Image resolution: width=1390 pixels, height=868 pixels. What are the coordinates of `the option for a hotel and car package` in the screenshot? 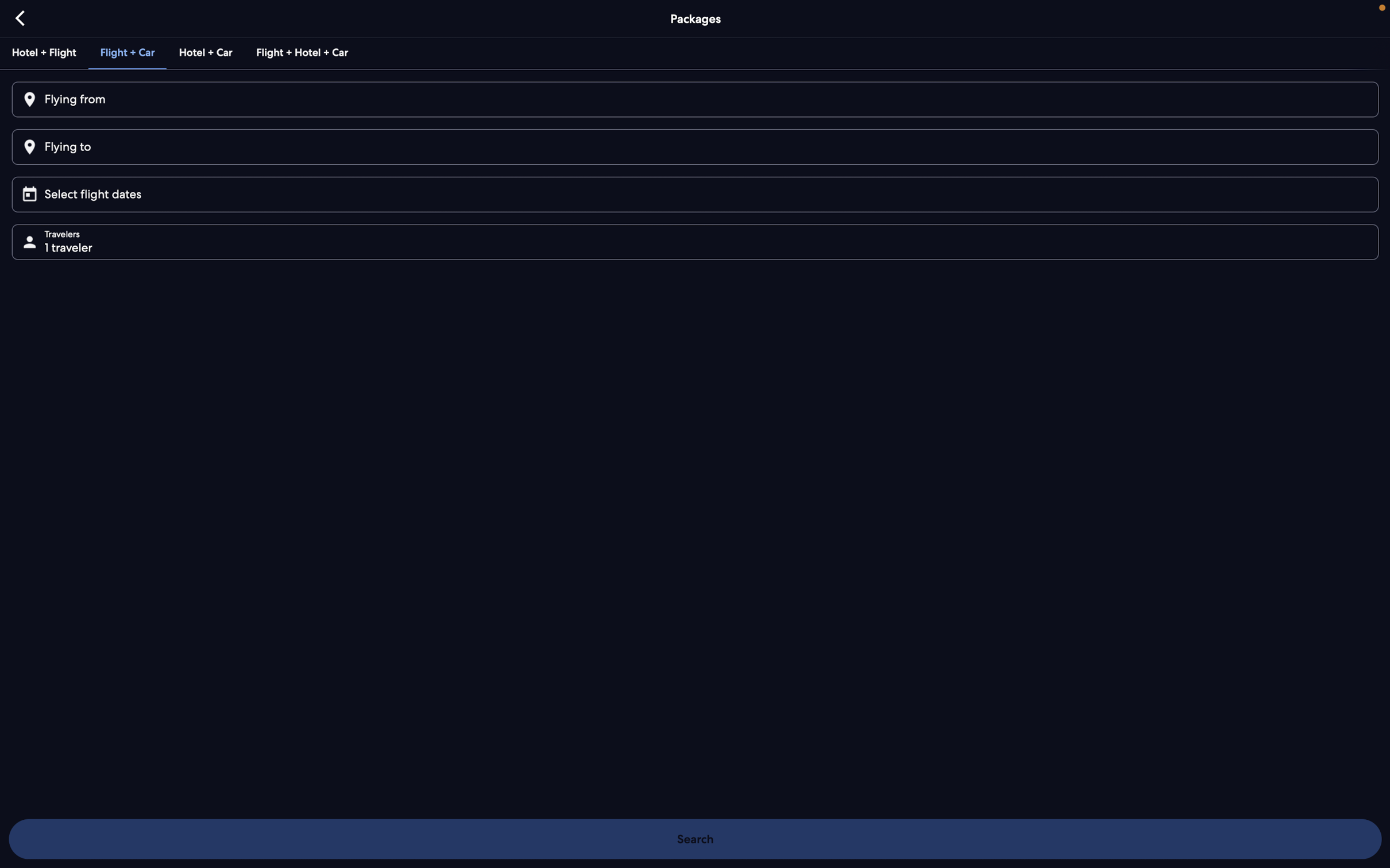 It's located at (206, 51).